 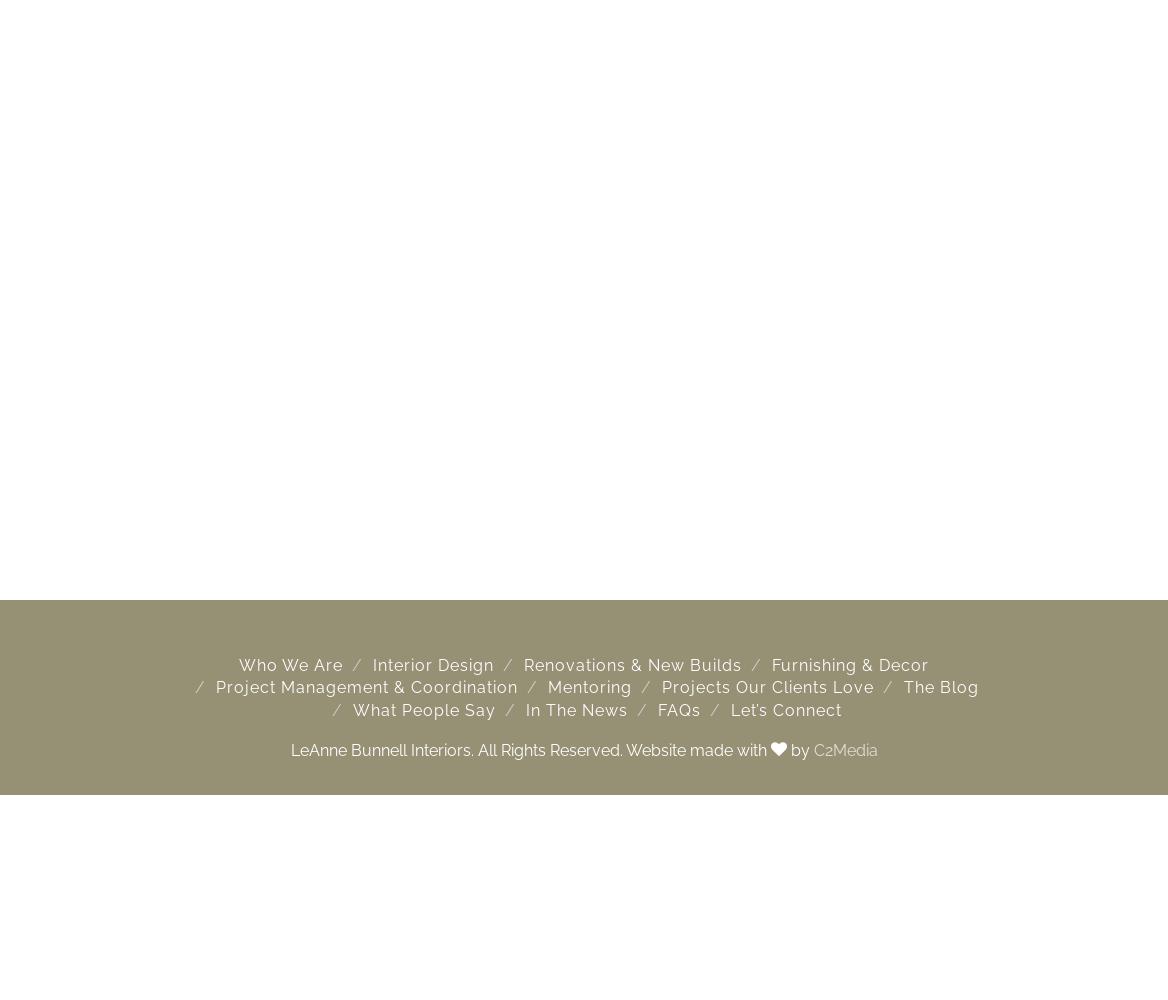 What do you see at coordinates (371, 665) in the screenshot?
I see `'Interior Design'` at bounding box center [371, 665].